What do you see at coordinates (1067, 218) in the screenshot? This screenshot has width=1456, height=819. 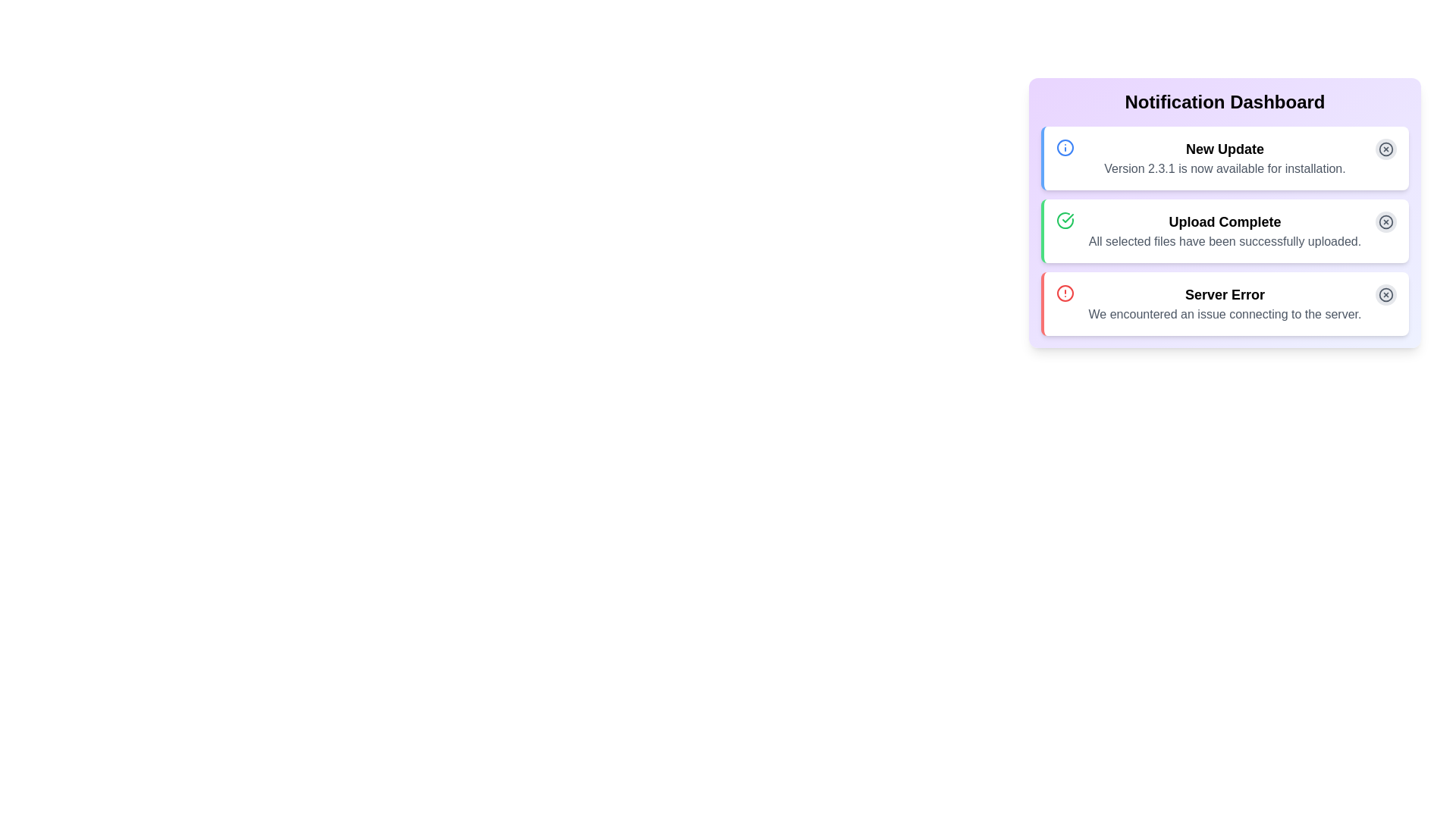 I see `the checkmark icon representing 'Upload Complete', which is styled in green and located inside a circular element in the second notification card` at bounding box center [1067, 218].